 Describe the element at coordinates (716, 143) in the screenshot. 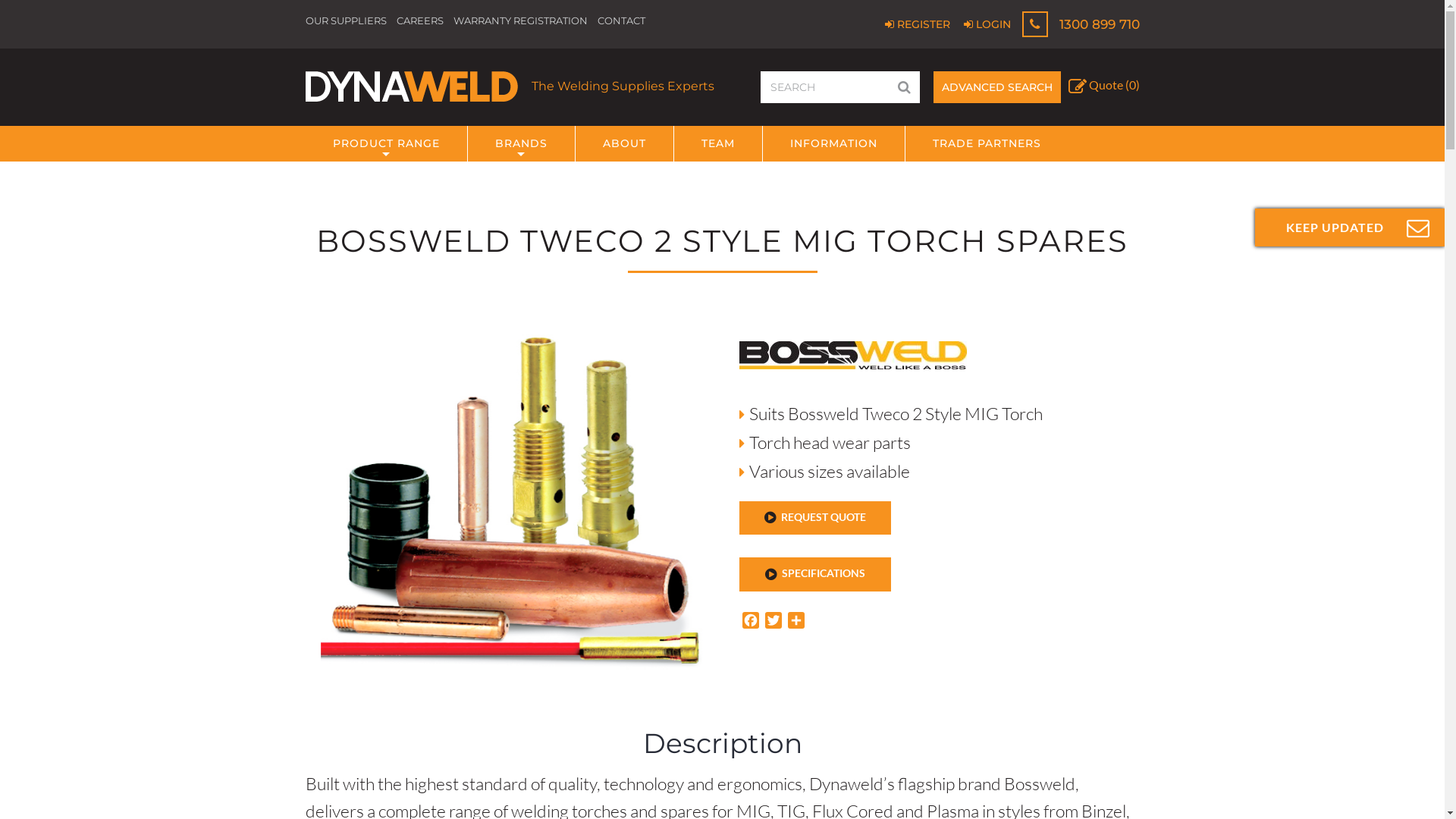

I see `'TEAM'` at that location.